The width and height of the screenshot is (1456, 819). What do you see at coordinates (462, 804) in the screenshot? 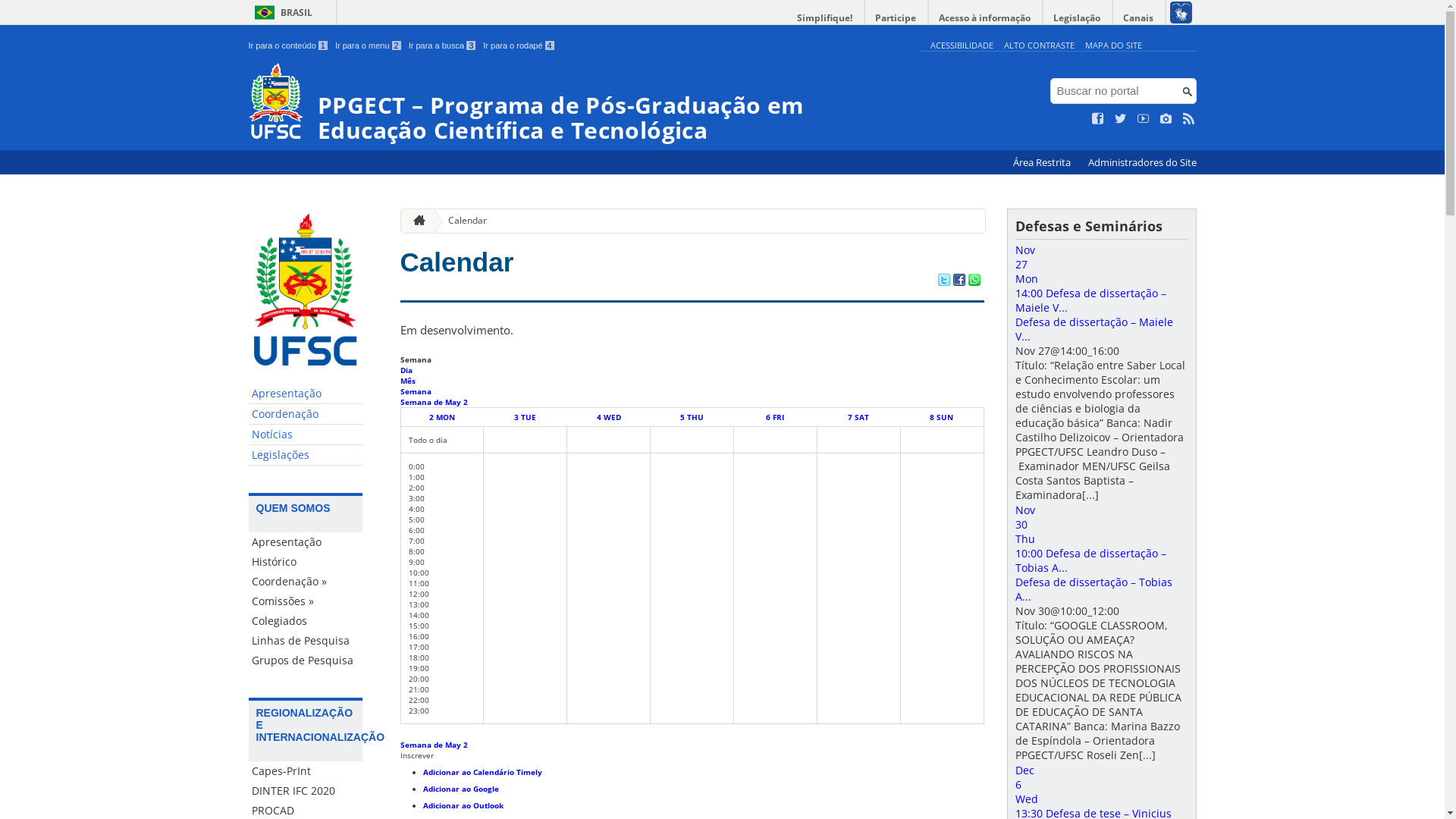
I see `'Adicionar ao Outlook'` at bounding box center [462, 804].